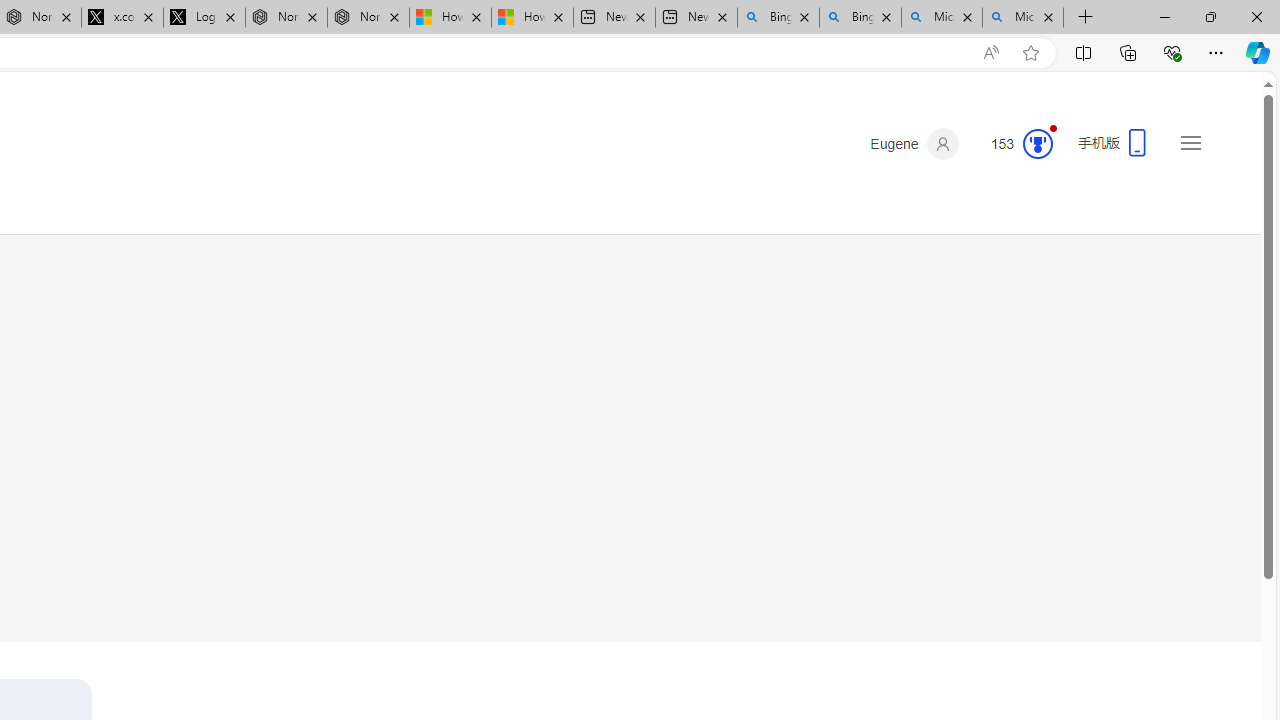  I want to click on 'How to Use a Monitor With Your Closed Laptop', so click(532, 17).